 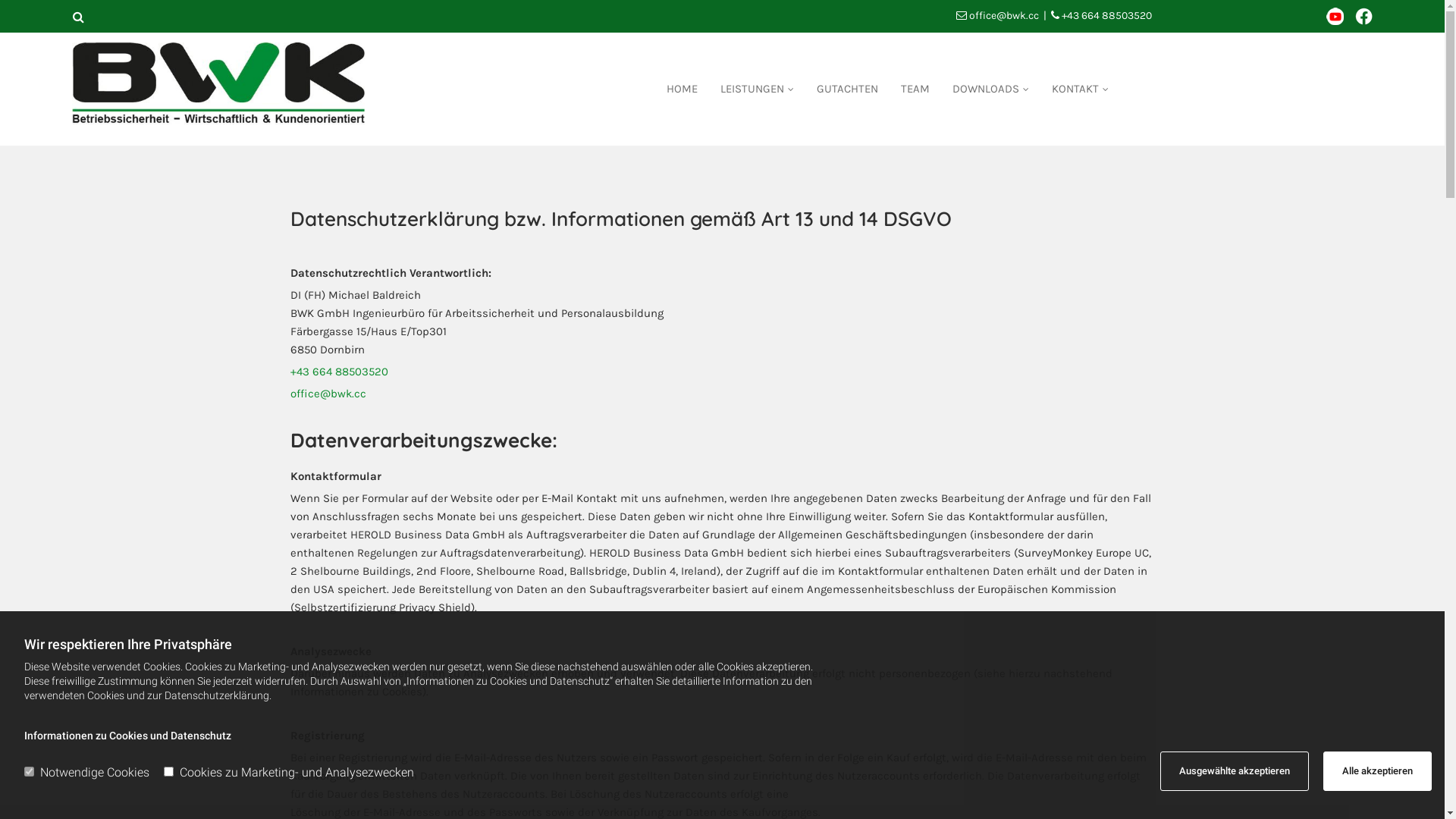 What do you see at coordinates (914, 88) in the screenshot?
I see `'TEAM'` at bounding box center [914, 88].